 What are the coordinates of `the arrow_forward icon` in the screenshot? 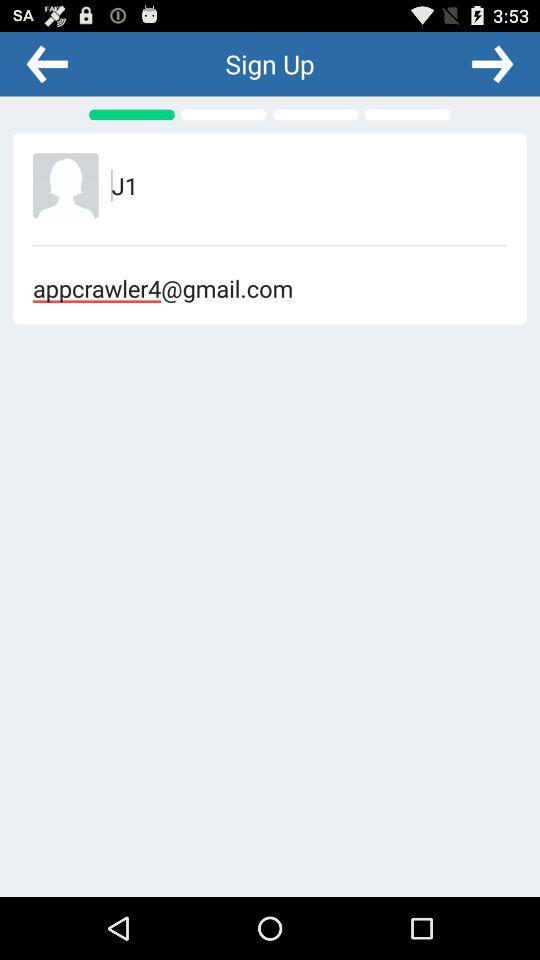 It's located at (491, 68).